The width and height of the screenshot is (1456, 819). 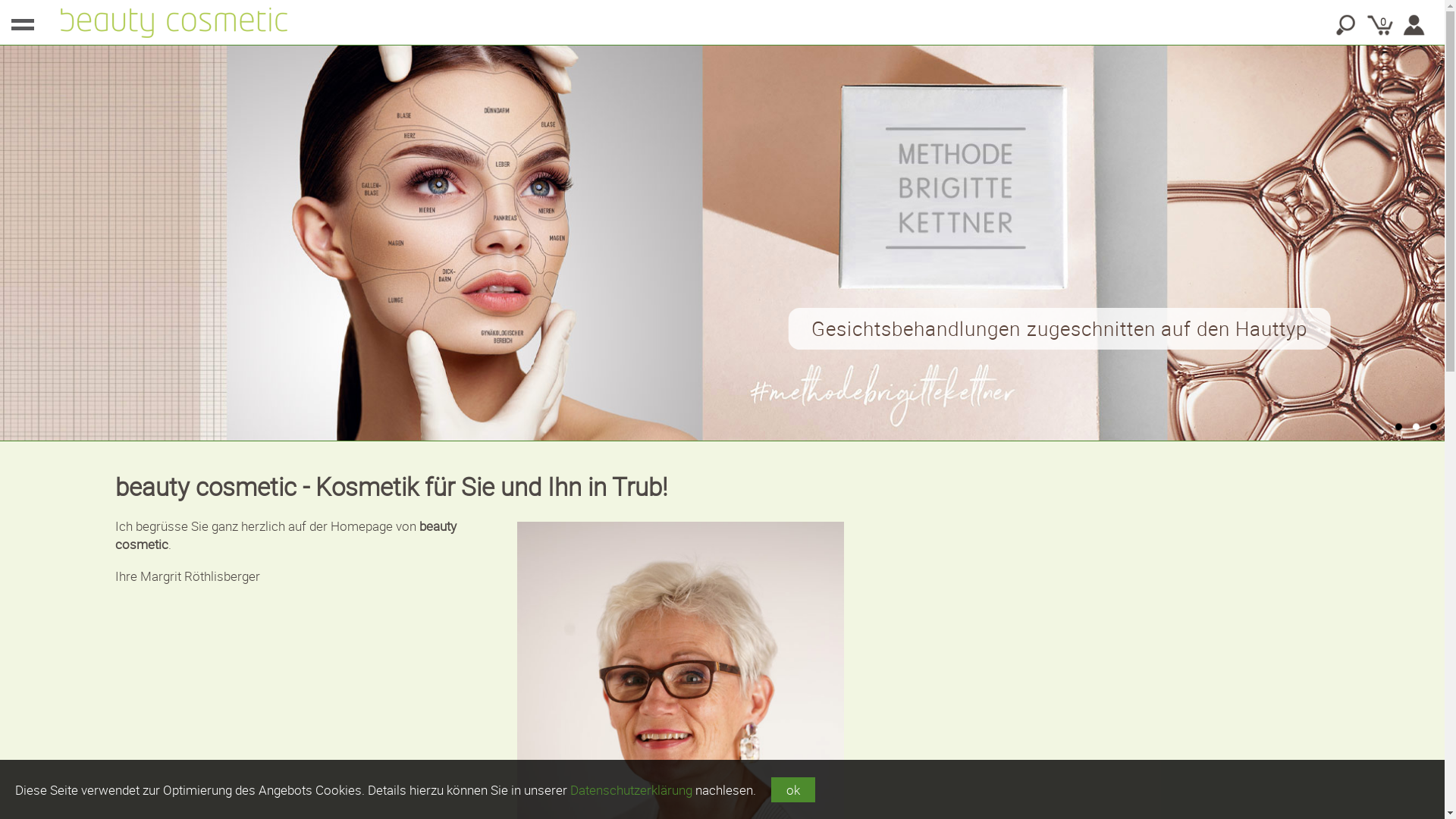 I want to click on 'Benutzerkonto', so click(x=1414, y=25).